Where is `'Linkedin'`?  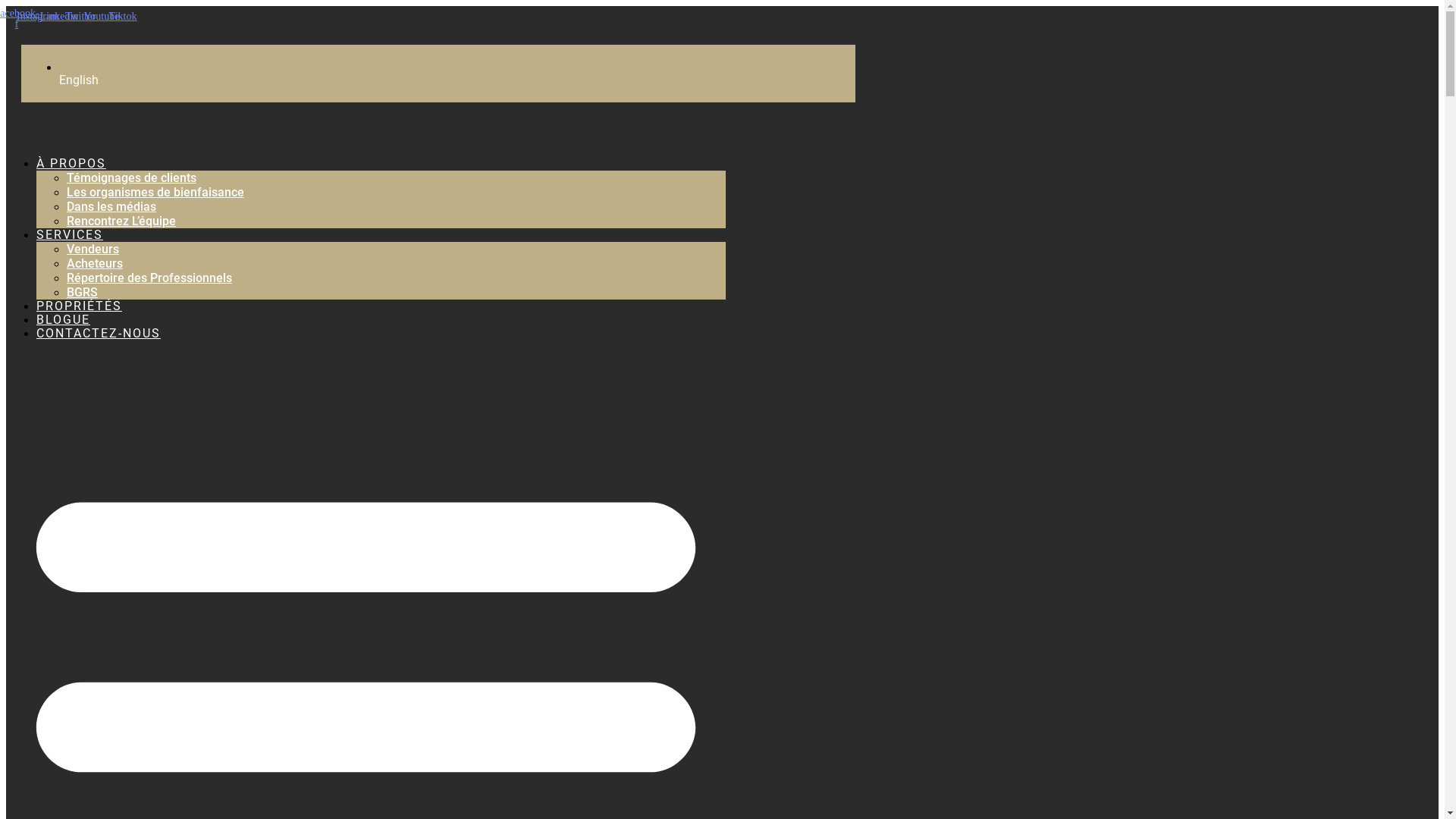 'Linkedin' is located at coordinates (58, 17).